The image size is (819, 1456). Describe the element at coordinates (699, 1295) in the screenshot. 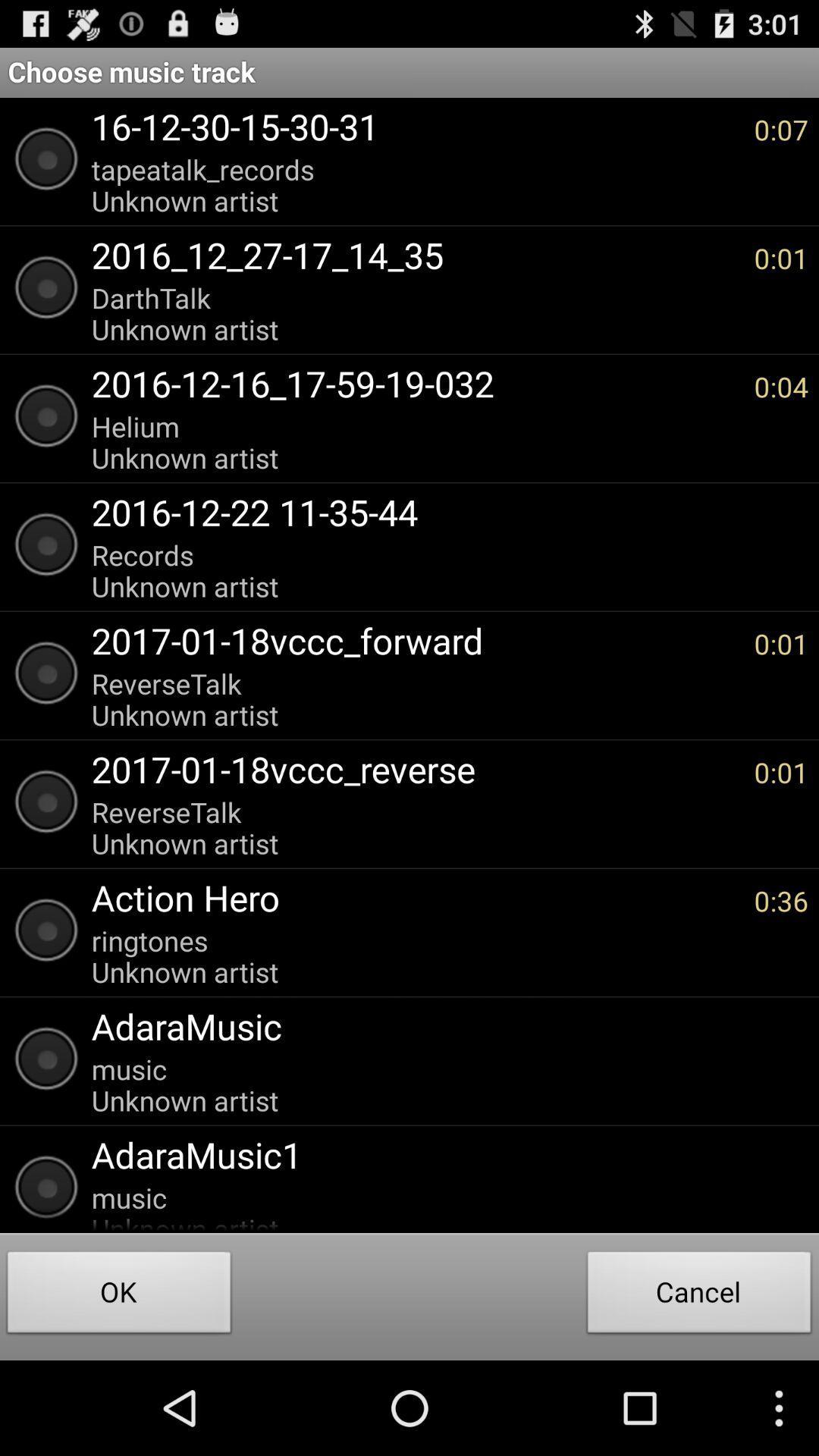

I see `the cancel item` at that location.